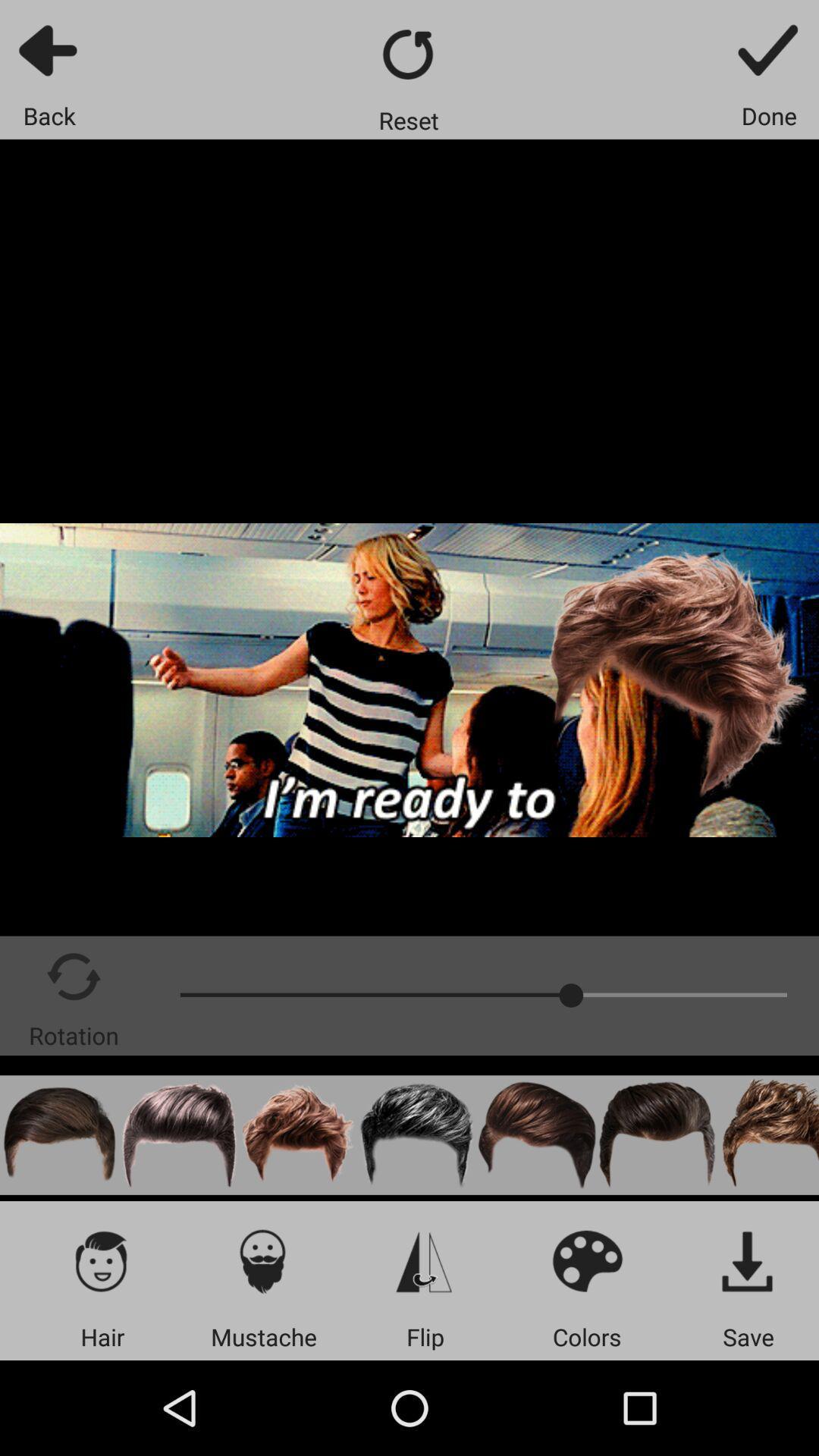 The width and height of the screenshot is (819, 1456). I want to click on reset button, so click(408, 54).